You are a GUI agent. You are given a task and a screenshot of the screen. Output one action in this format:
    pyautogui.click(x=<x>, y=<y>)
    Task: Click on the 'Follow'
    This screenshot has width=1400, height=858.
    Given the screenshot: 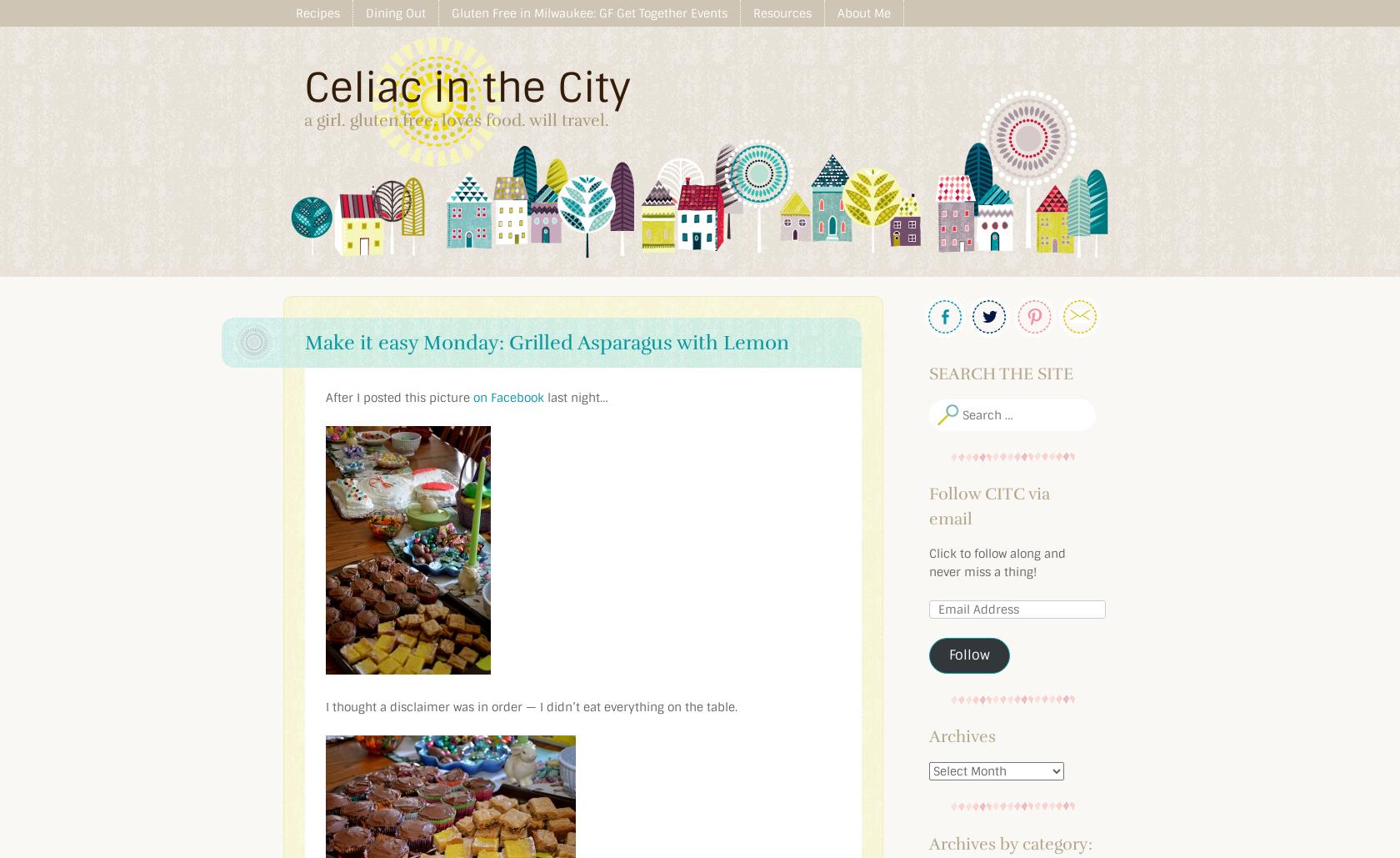 What is the action you would take?
    pyautogui.click(x=968, y=655)
    